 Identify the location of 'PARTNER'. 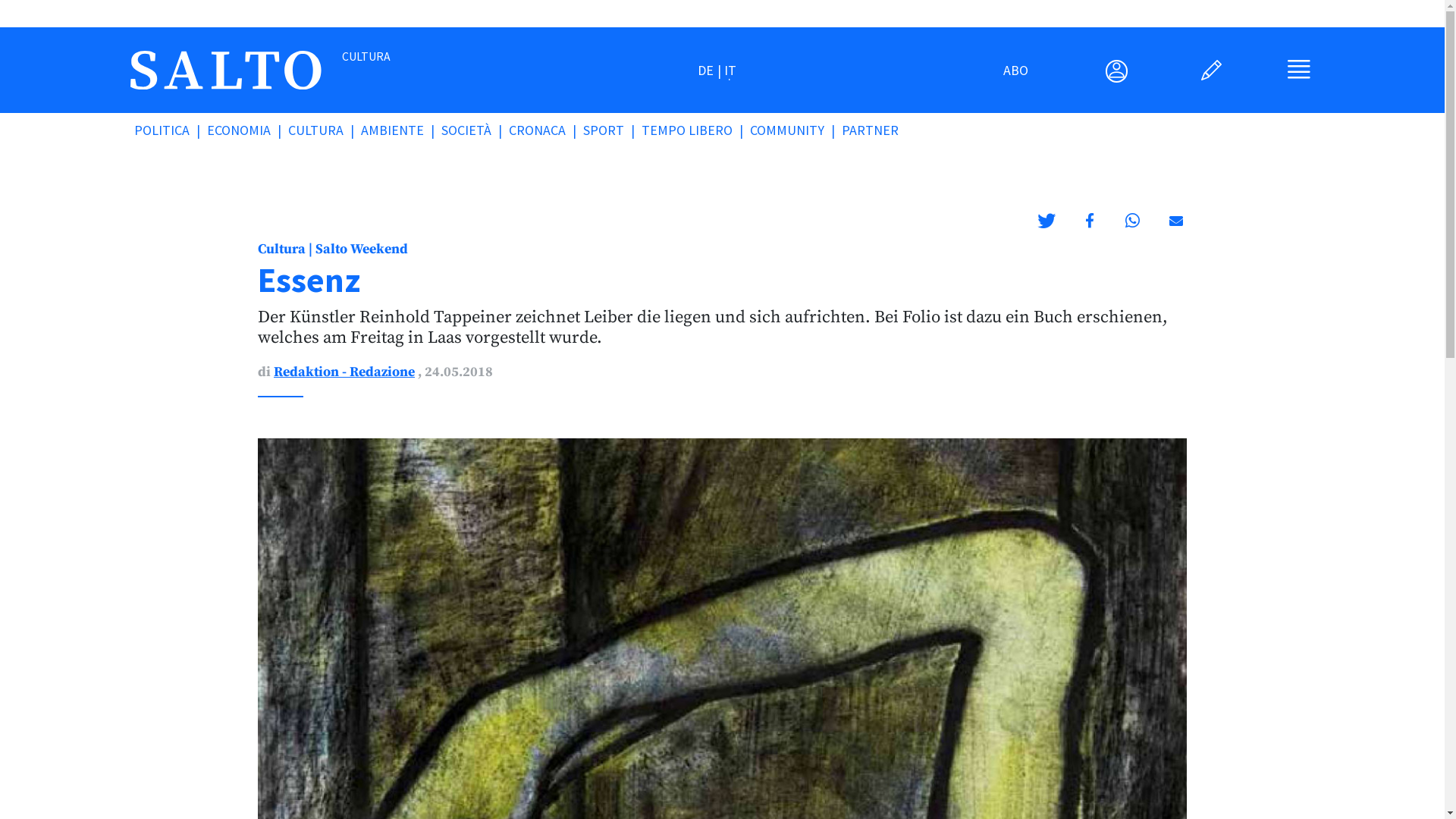
(877, 129).